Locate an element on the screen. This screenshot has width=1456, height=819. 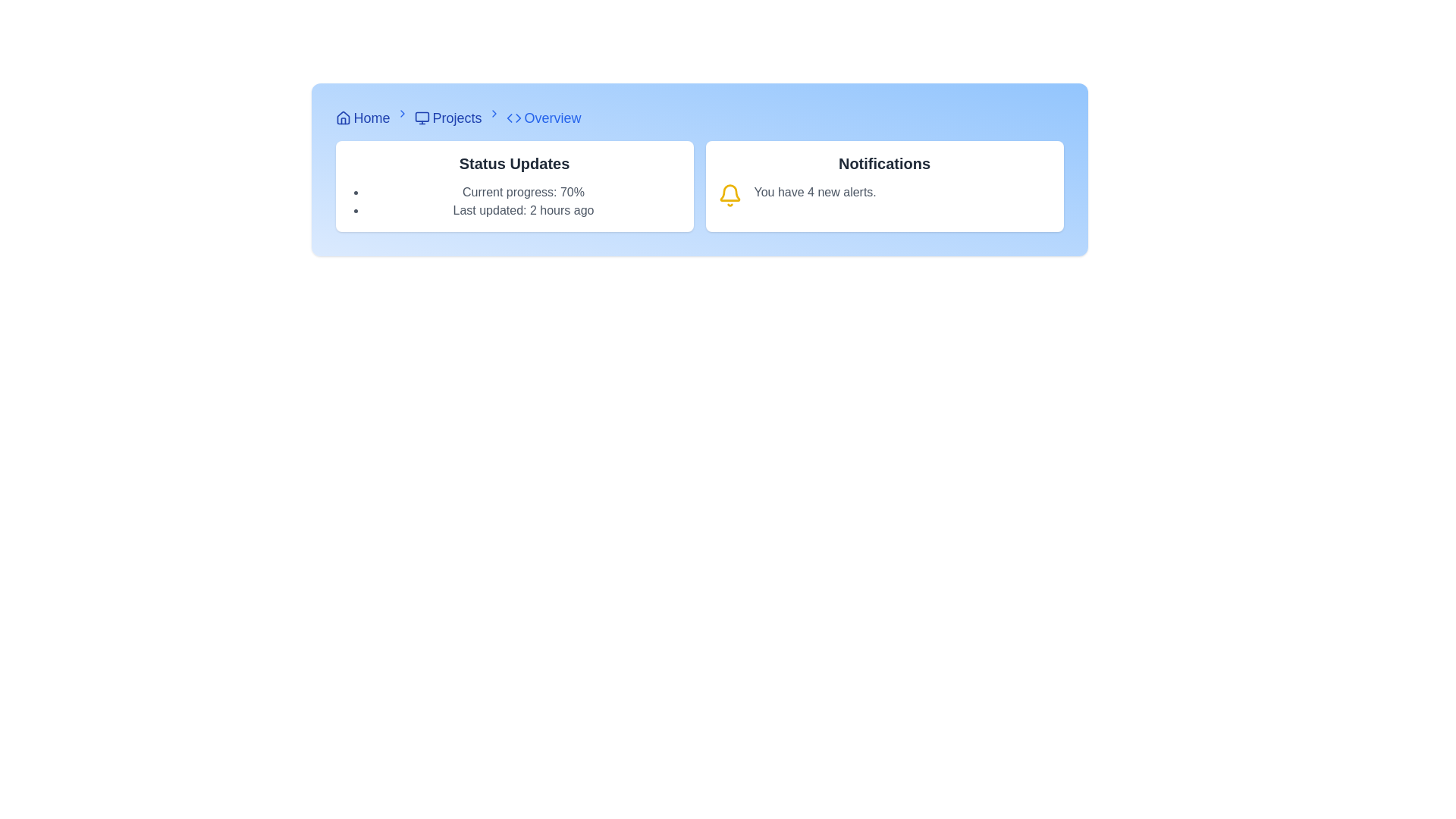
the SVG icon depicting two pointed brackets, located to the left of the text 'Overview' and right after the breadcrumb navigation link 'Projects' is located at coordinates (513, 117).